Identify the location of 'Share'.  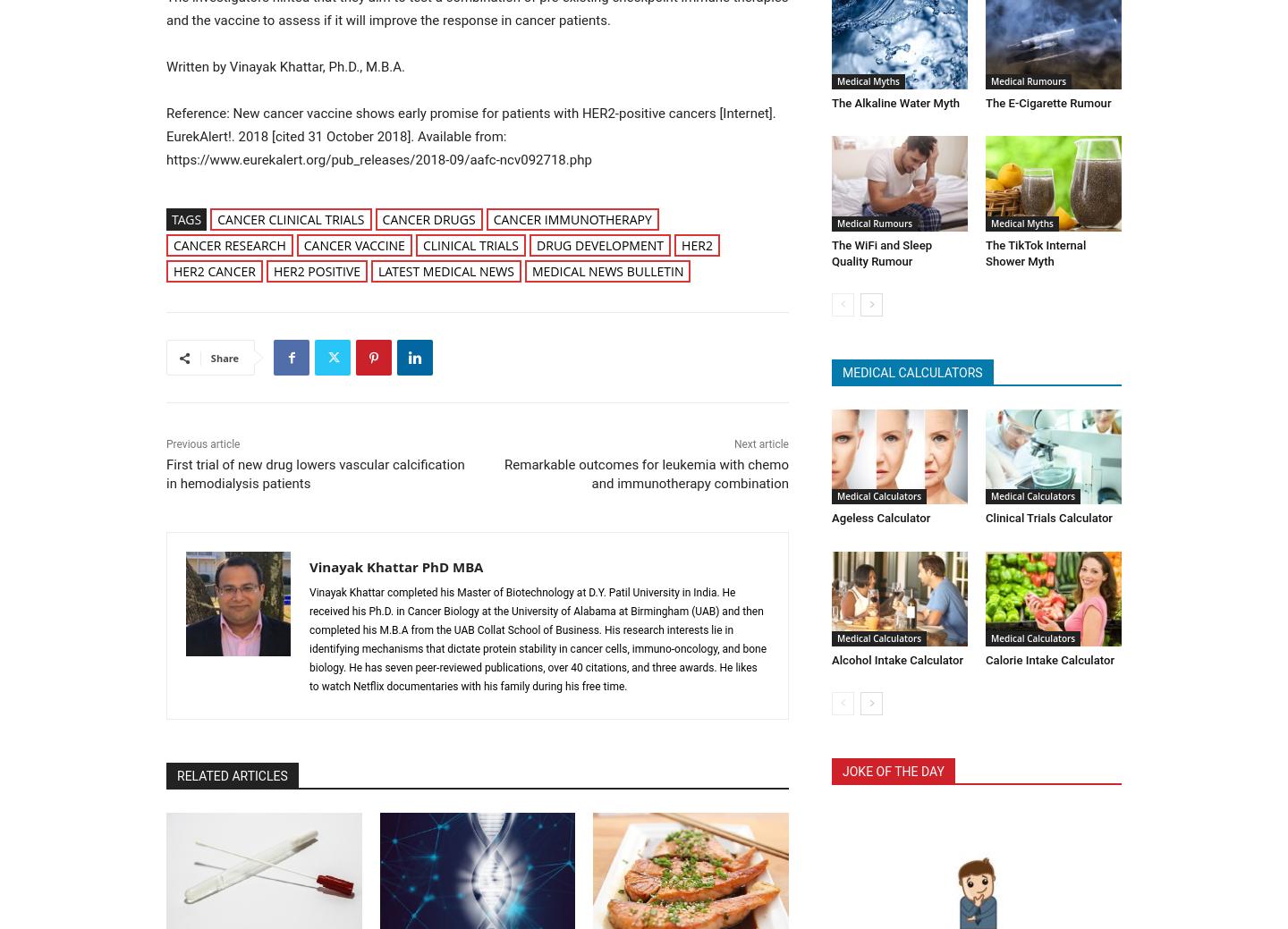
(223, 357).